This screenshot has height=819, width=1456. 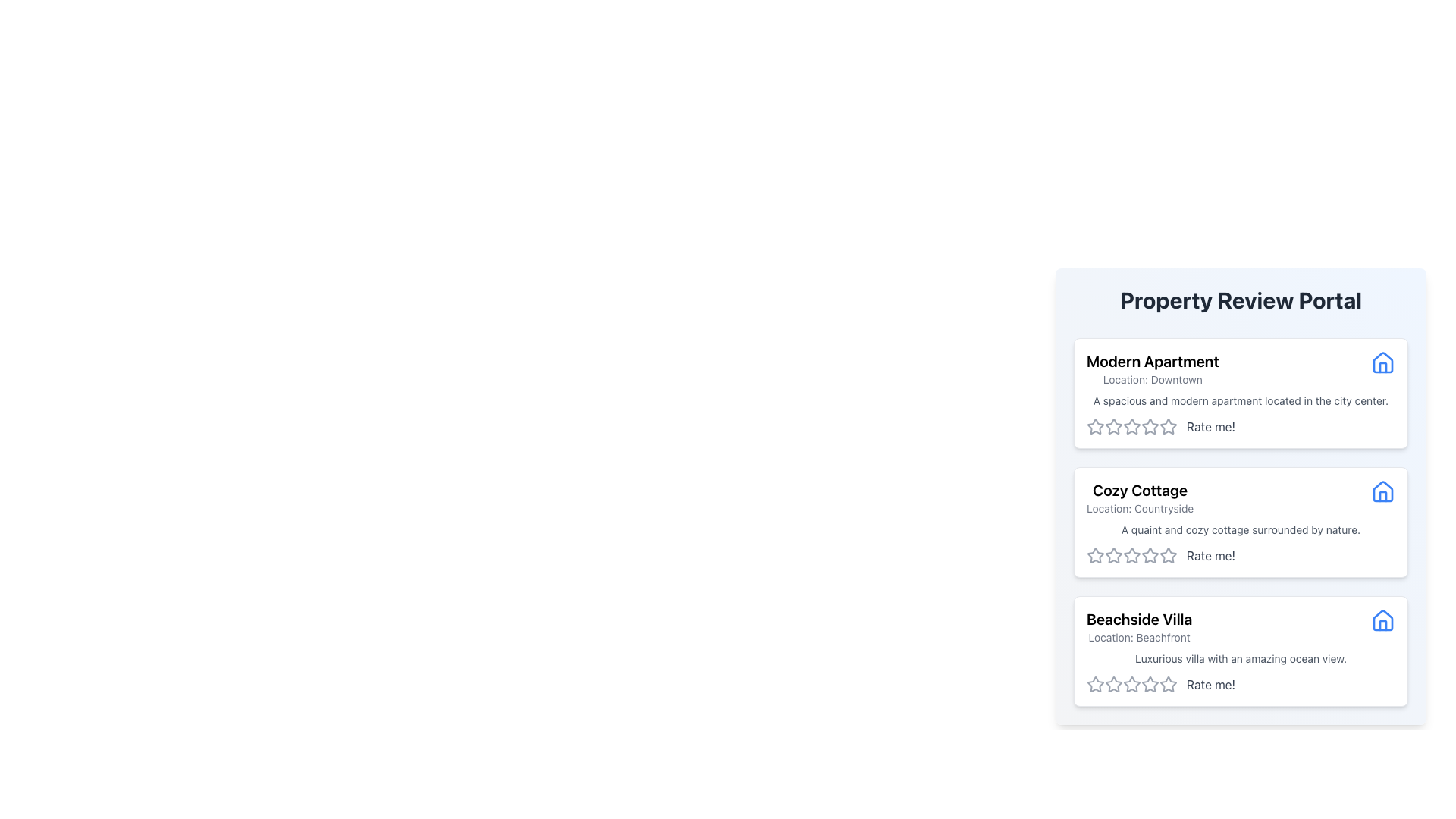 What do you see at coordinates (1150, 555) in the screenshot?
I see `the fourth star in the rating widget of the 'Cozy Cottage' property card` at bounding box center [1150, 555].